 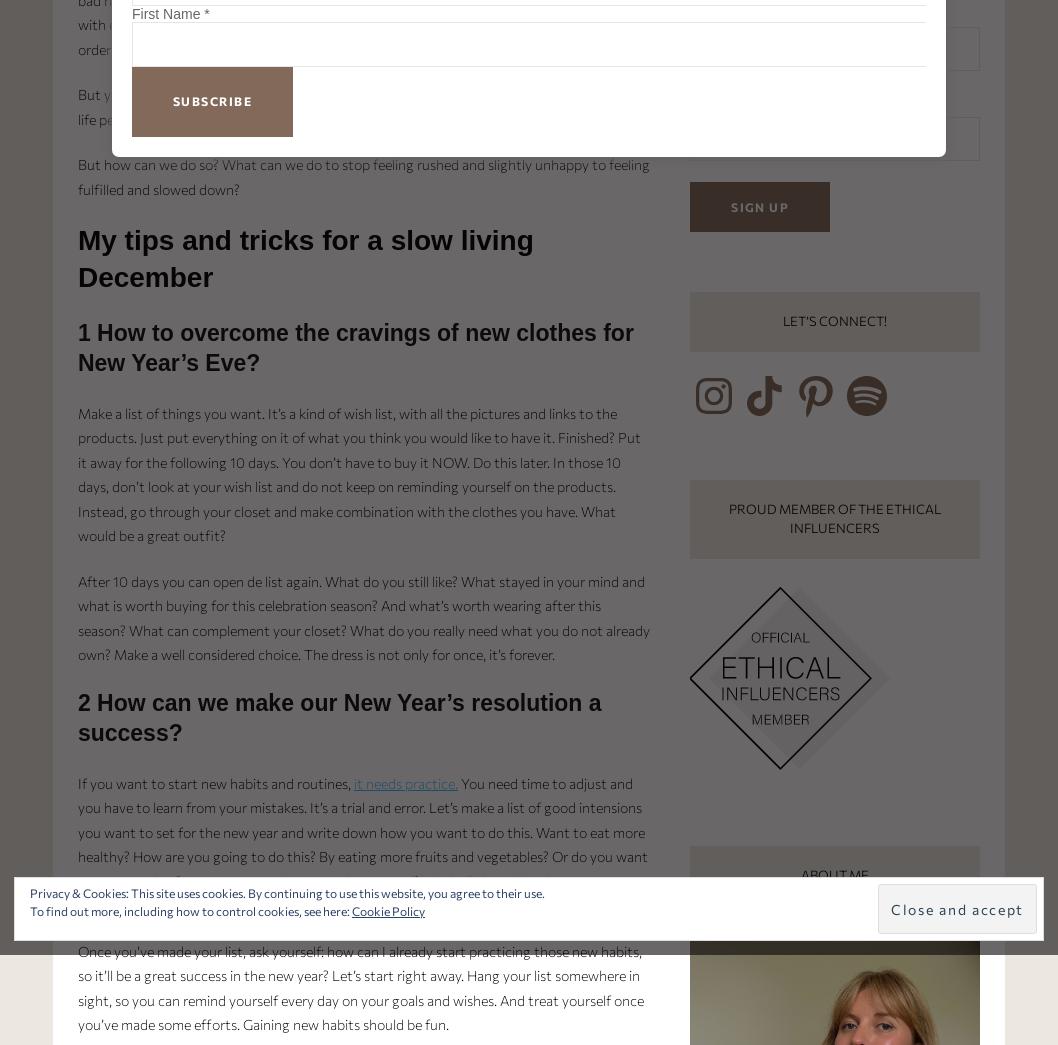 What do you see at coordinates (304, 257) in the screenshot?
I see `'My tips and tricks for a slow living December'` at bounding box center [304, 257].